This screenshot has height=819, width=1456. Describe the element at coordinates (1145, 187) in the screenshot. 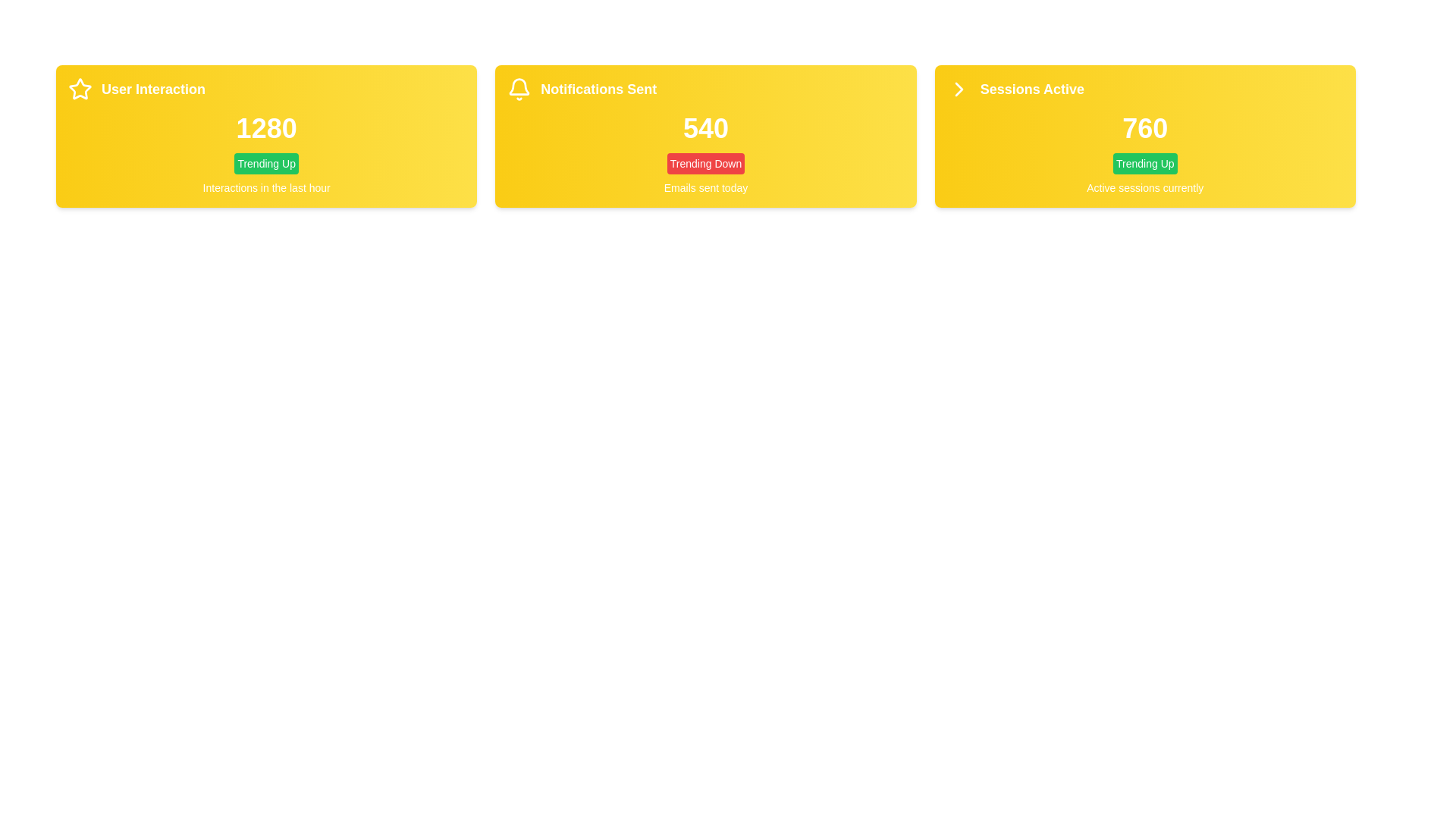

I see `the static text element that provides context about the active sessions displayed in the yellow gradient panel labeled 'Sessions Active'` at that location.